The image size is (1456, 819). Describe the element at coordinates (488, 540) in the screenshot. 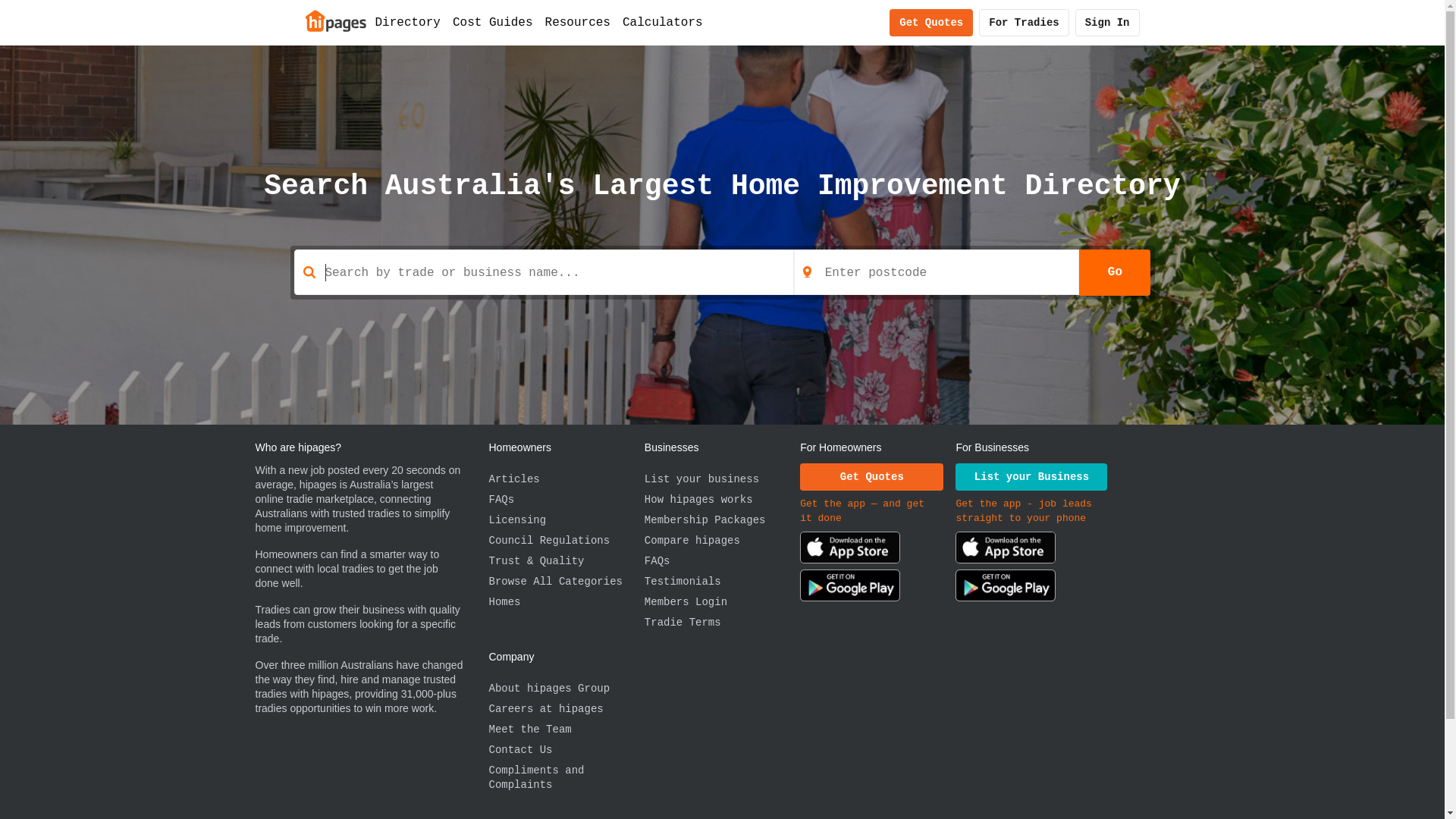

I see `'Council Regulations'` at that location.